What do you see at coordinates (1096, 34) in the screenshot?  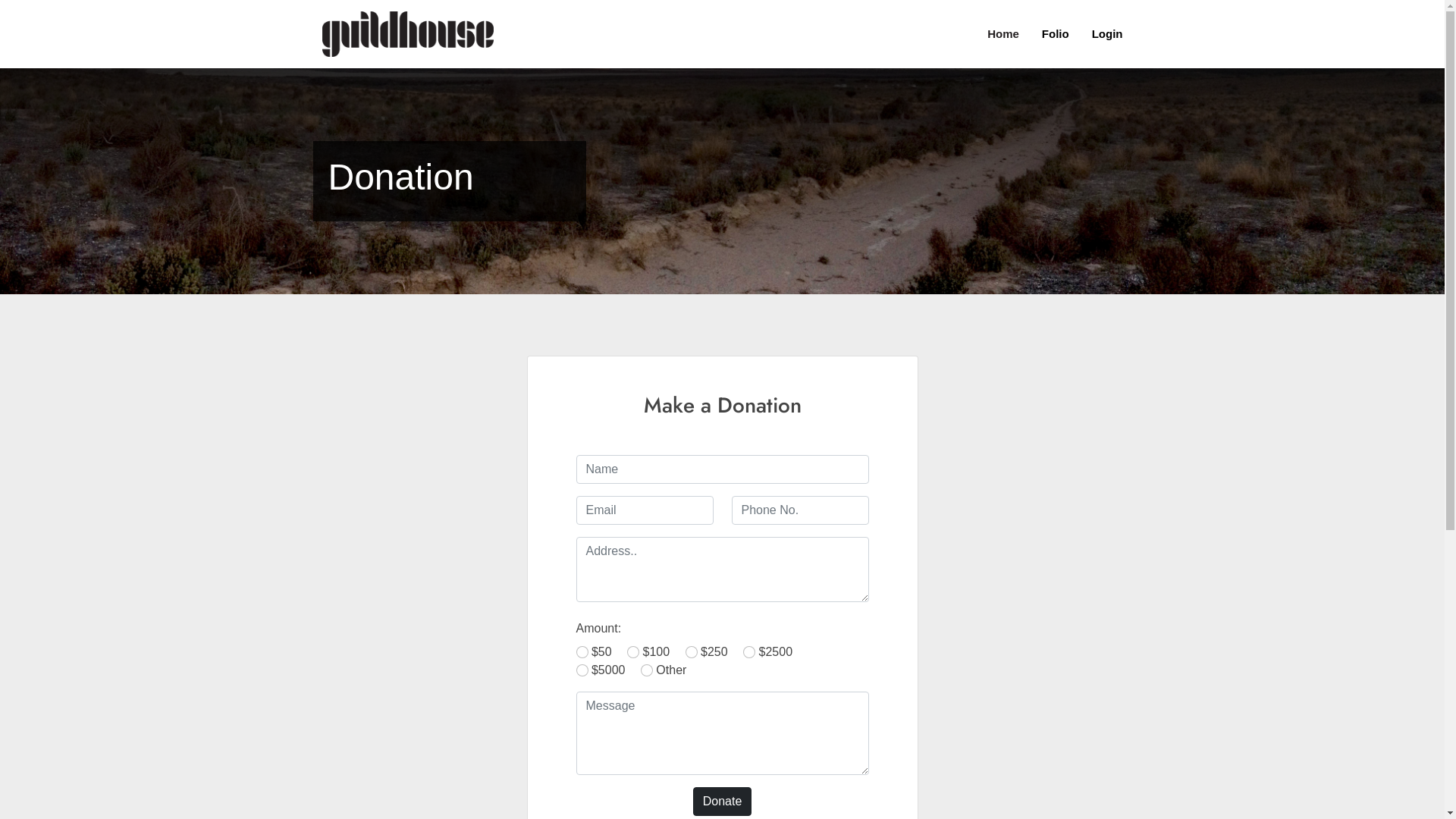 I see `'Login'` at bounding box center [1096, 34].